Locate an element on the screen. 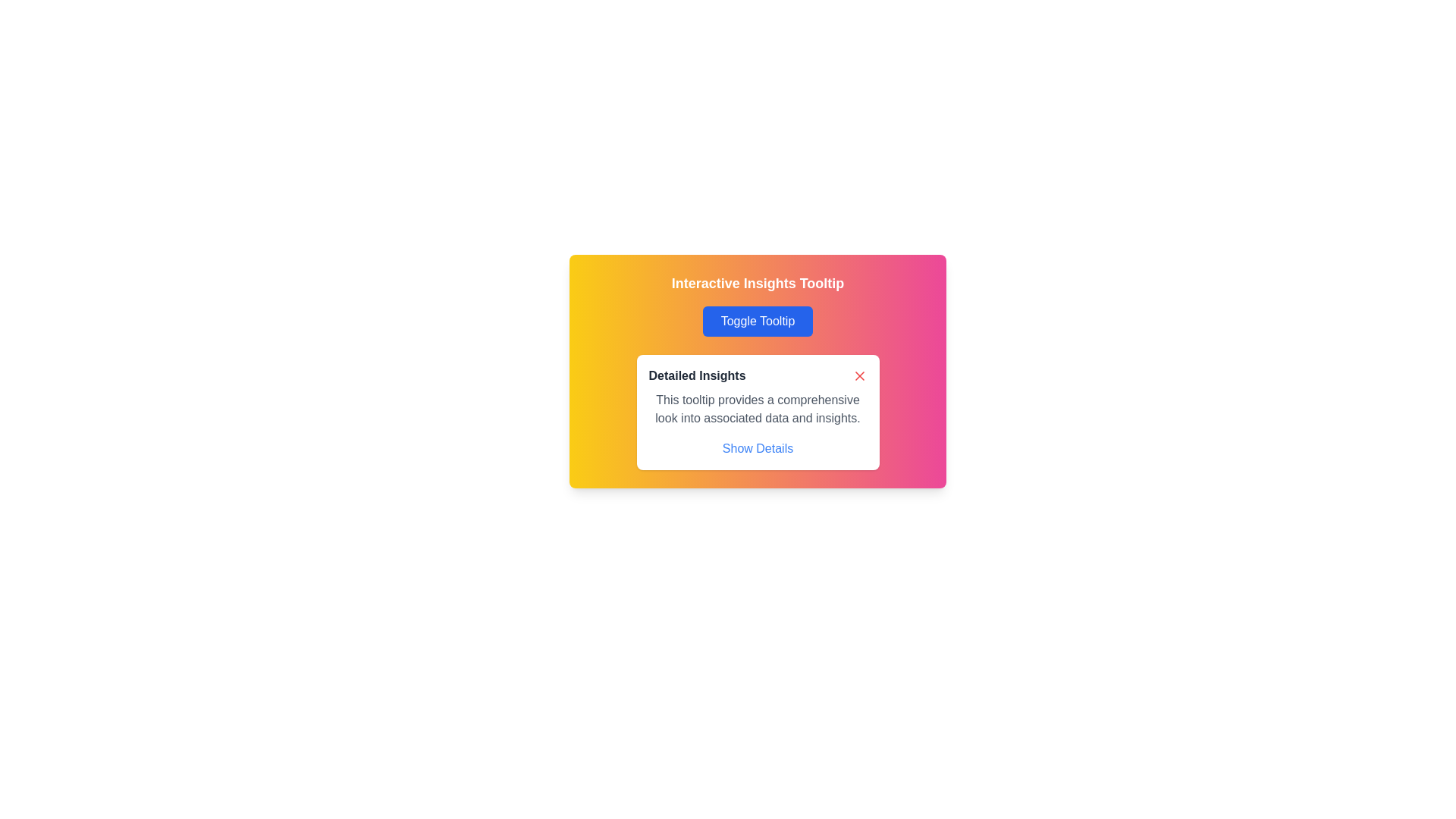 This screenshot has width=1456, height=819. the text label displaying 'Detailed Insights' located in the header section of a tooltip-like card is located at coordinates (696, 375).